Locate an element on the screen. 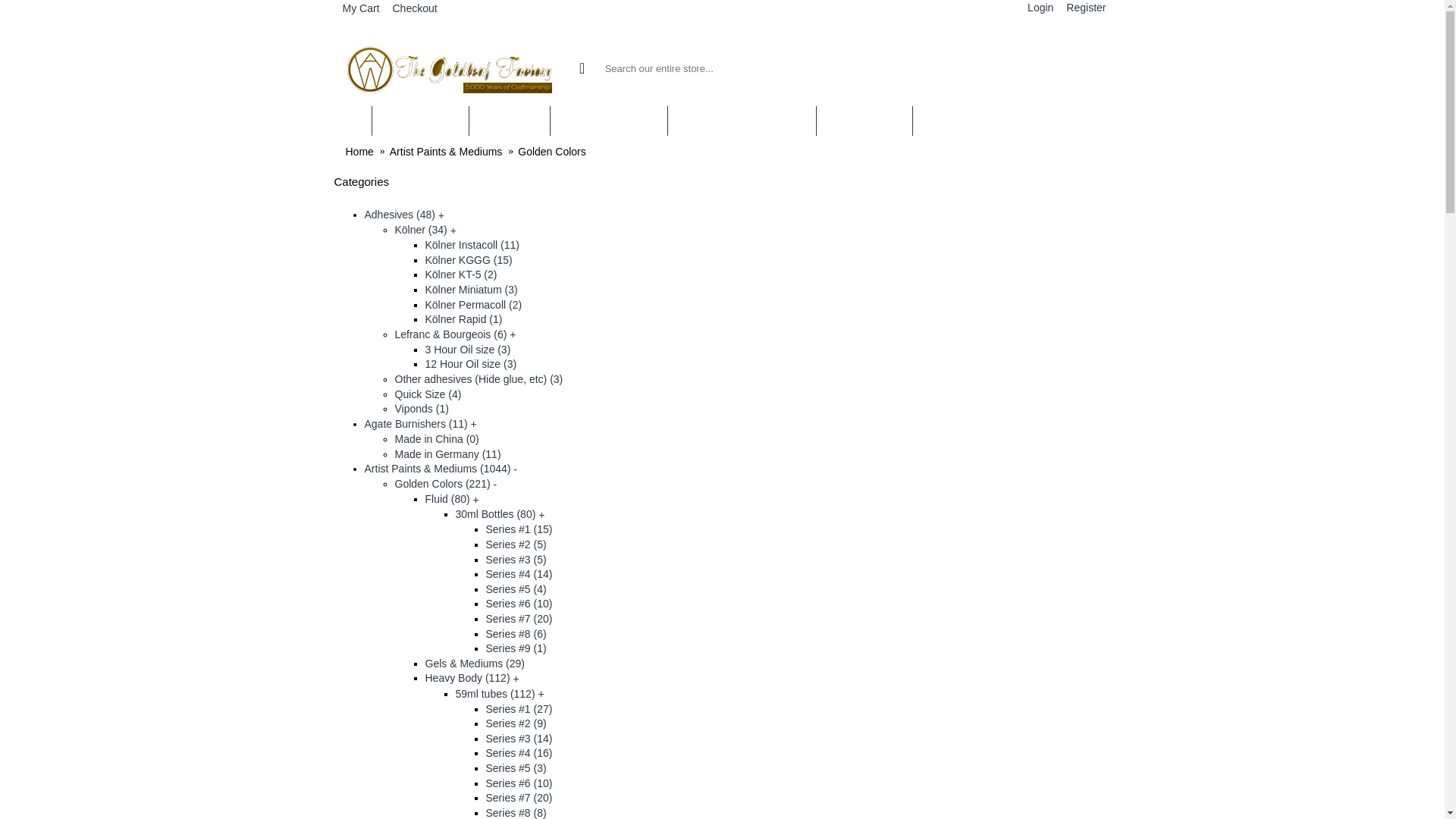 The image size is (1456, 819). 'Artist Paints & Mediums (1044) -' is located at coordinates (364, 467).